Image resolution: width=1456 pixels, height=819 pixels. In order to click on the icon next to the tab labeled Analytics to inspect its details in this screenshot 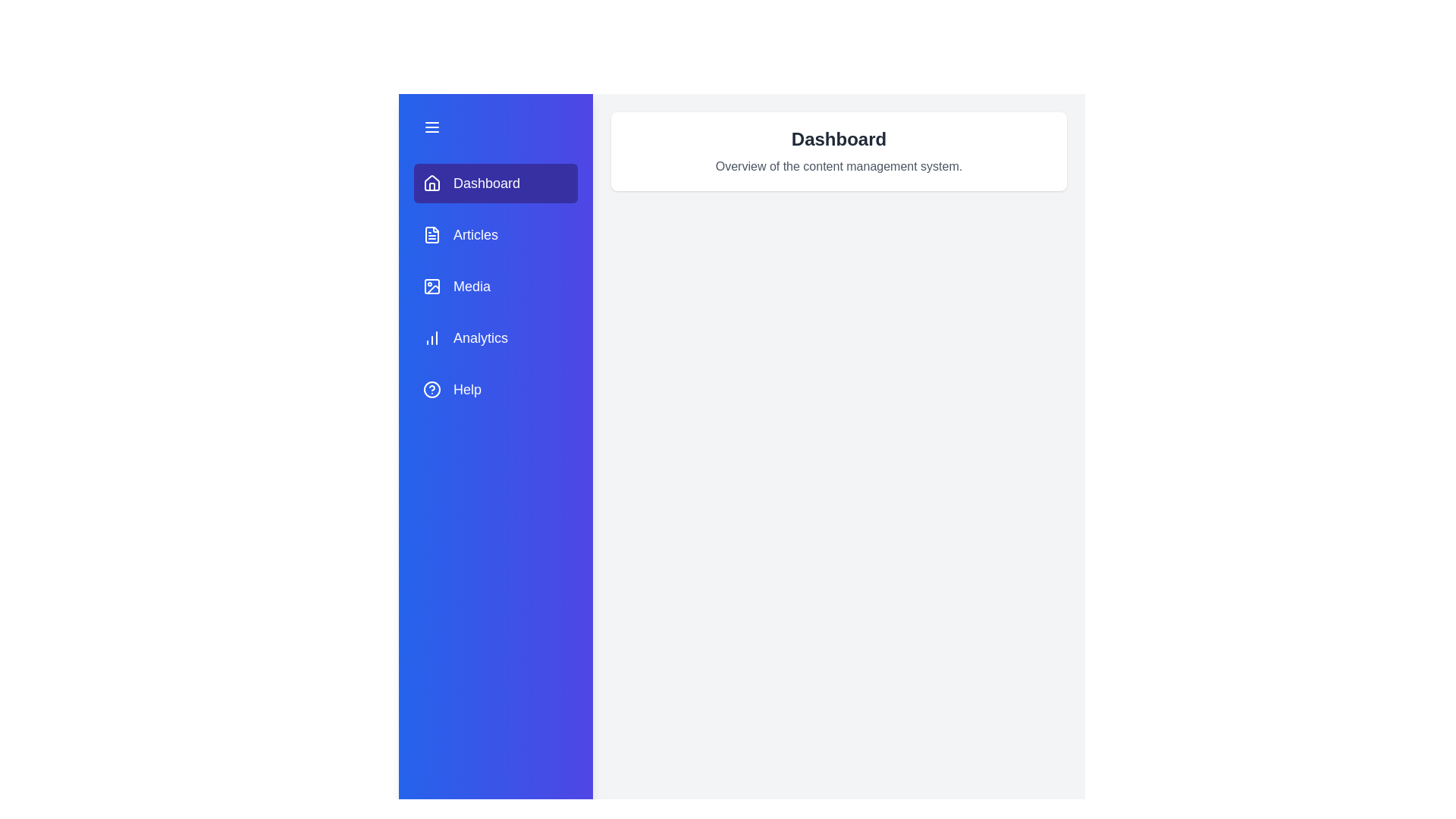, I will do `click(431, 337)`.